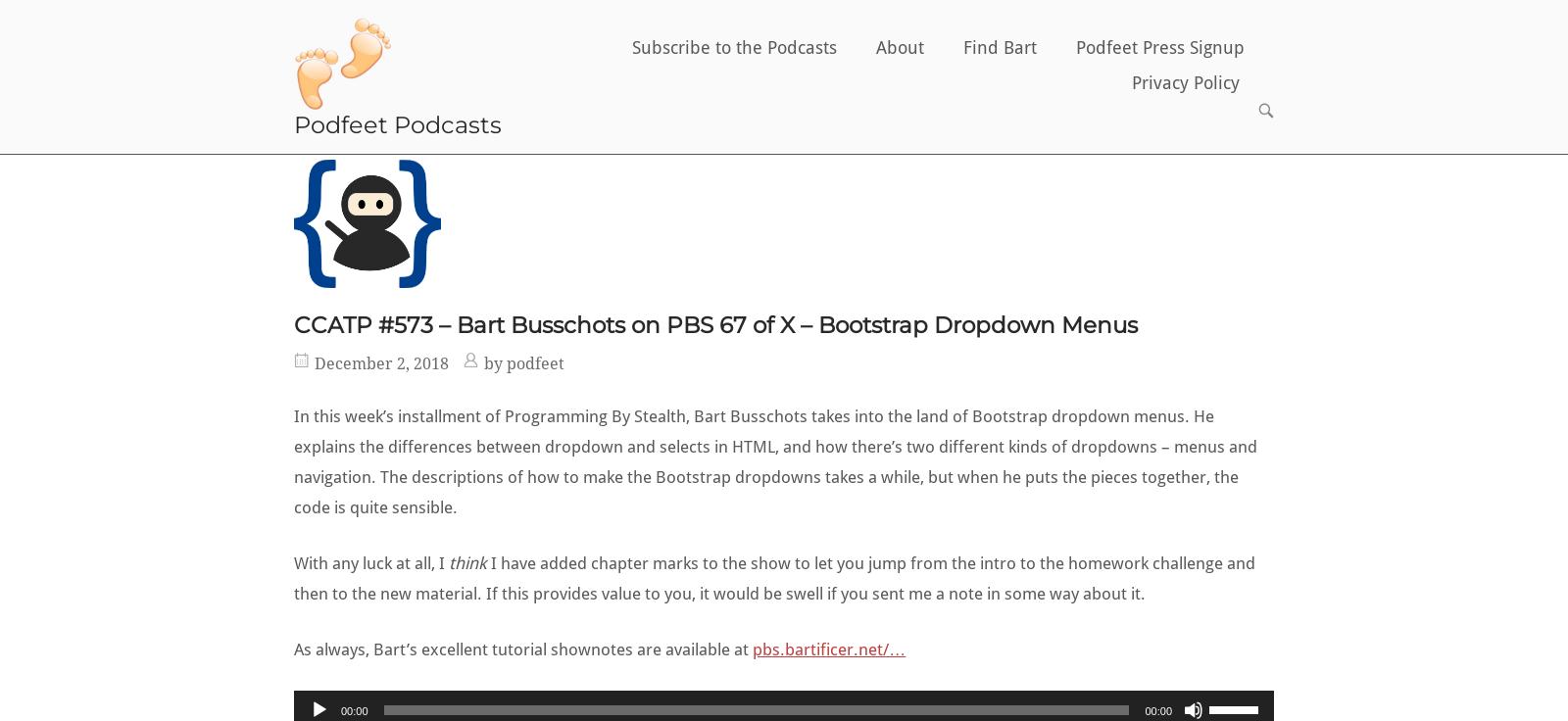 This screenshot has height=721, width=1568. I want to click on 'Privacy Policy', so click(1132, 83).